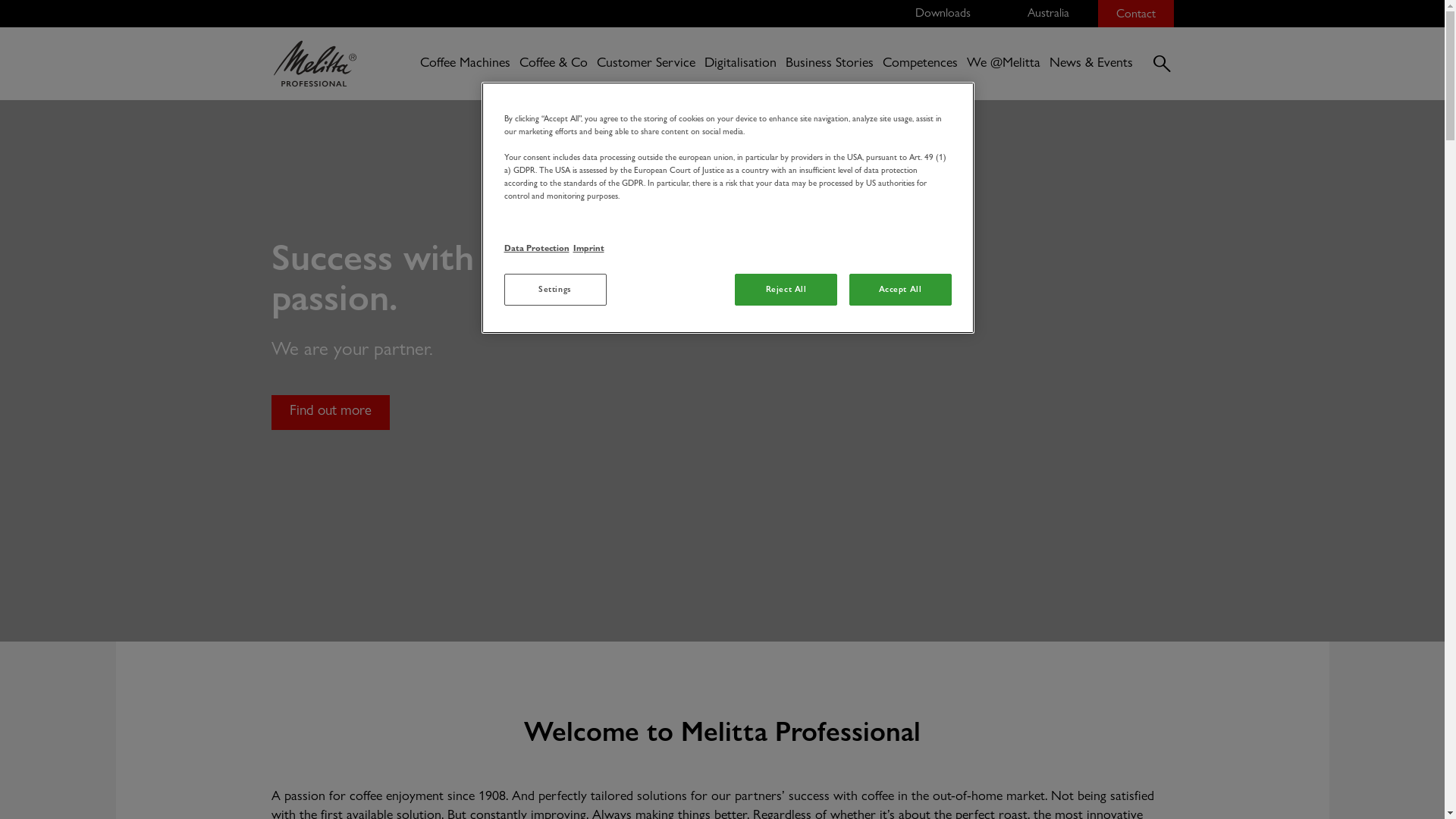  What do you see at coordinates (645, 63) in the screenshot?
I see `'Customer Service'` at bounding box center [645, 63].